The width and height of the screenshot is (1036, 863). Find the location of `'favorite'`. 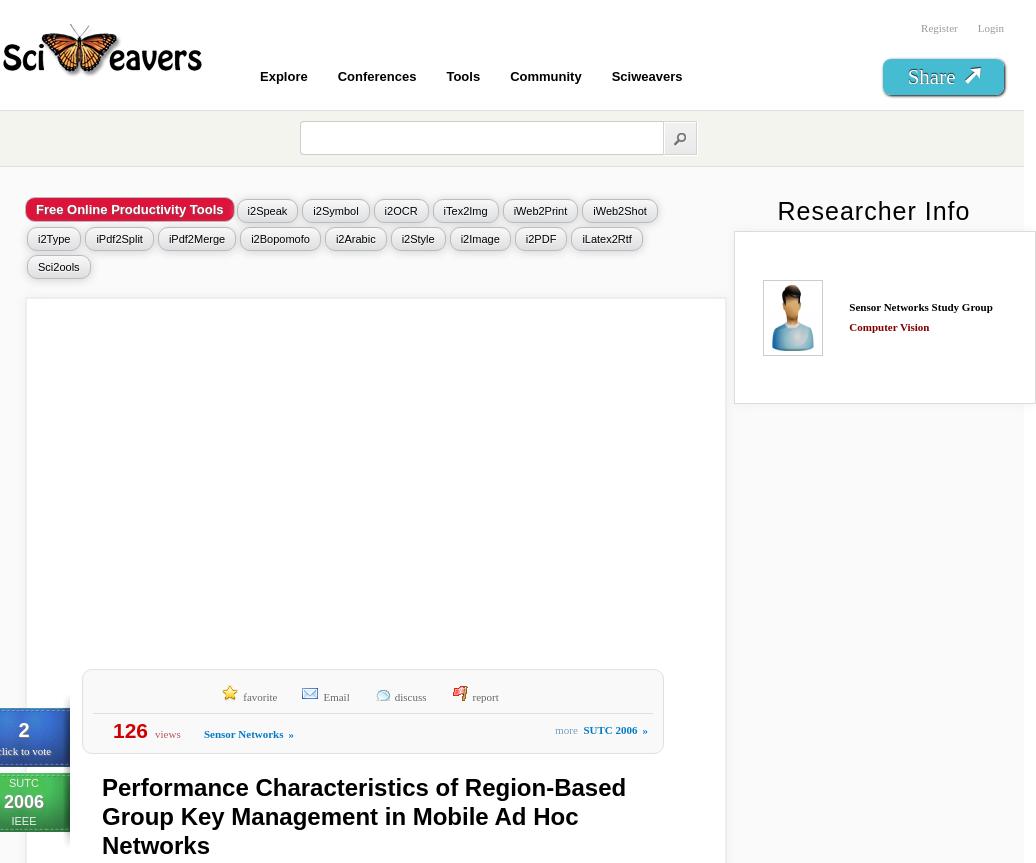

'favorite' is located at coordinates (243, 696).